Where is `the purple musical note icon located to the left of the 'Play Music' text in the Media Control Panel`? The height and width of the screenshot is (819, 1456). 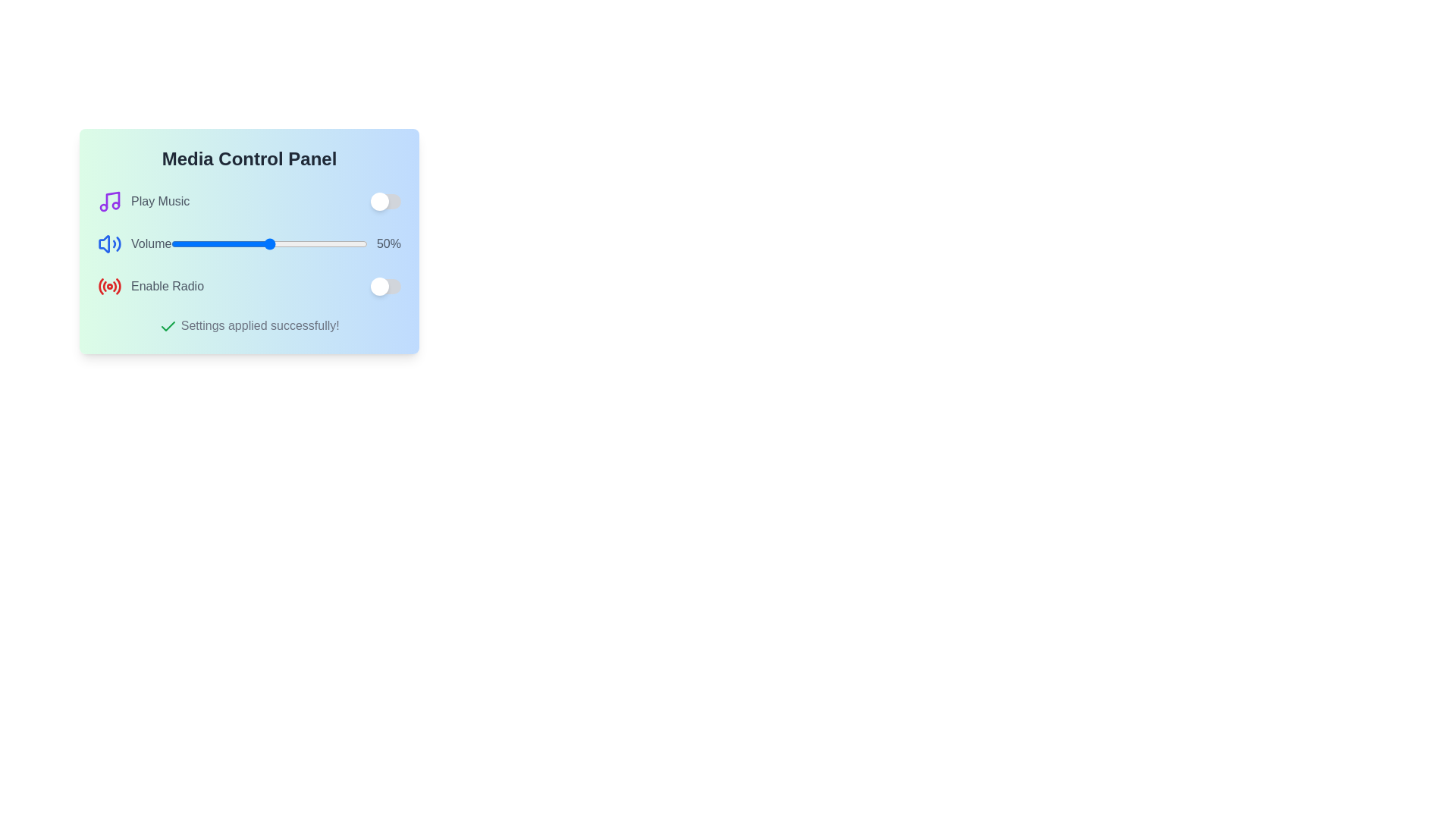 the purple musical note icon located to the left of the 'Play Music' text in the Media Control Panel is located at coordinates (111, 199).